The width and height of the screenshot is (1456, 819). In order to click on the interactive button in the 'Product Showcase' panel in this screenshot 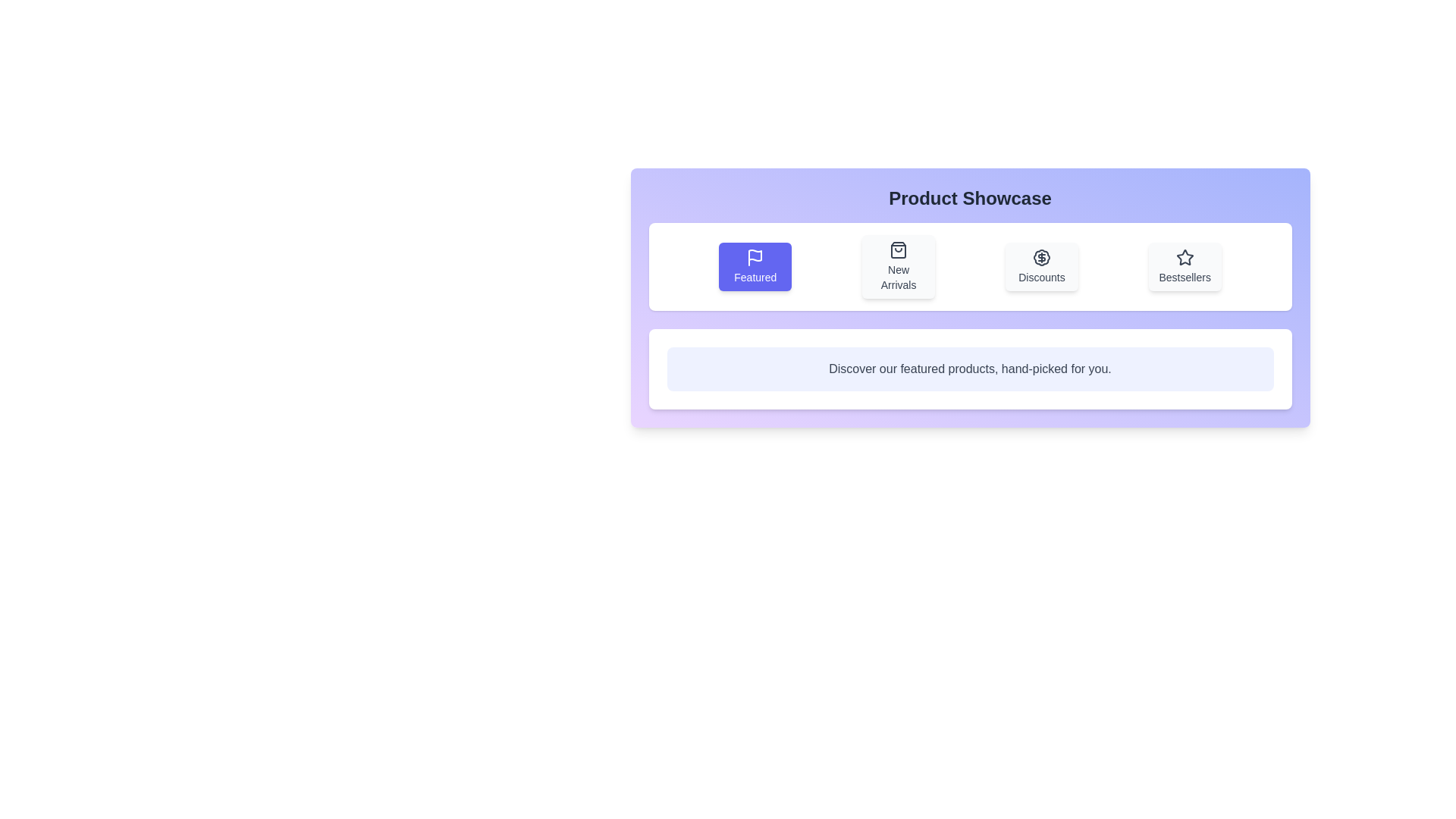, I will do `click(1040, 265)`.